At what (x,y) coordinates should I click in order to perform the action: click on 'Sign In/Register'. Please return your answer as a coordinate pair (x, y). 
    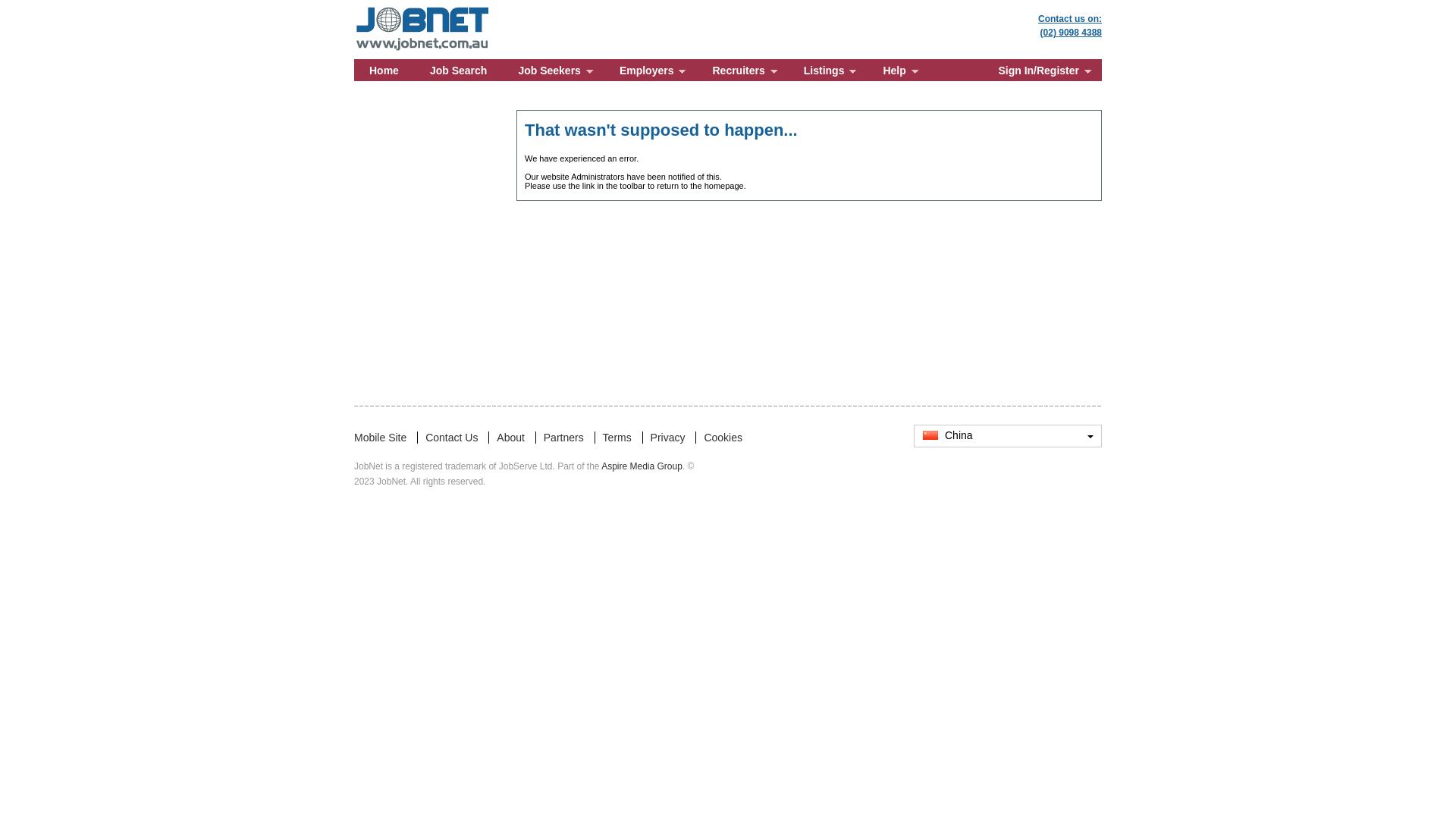
    Looking at the image, I should click on (1041, 70).